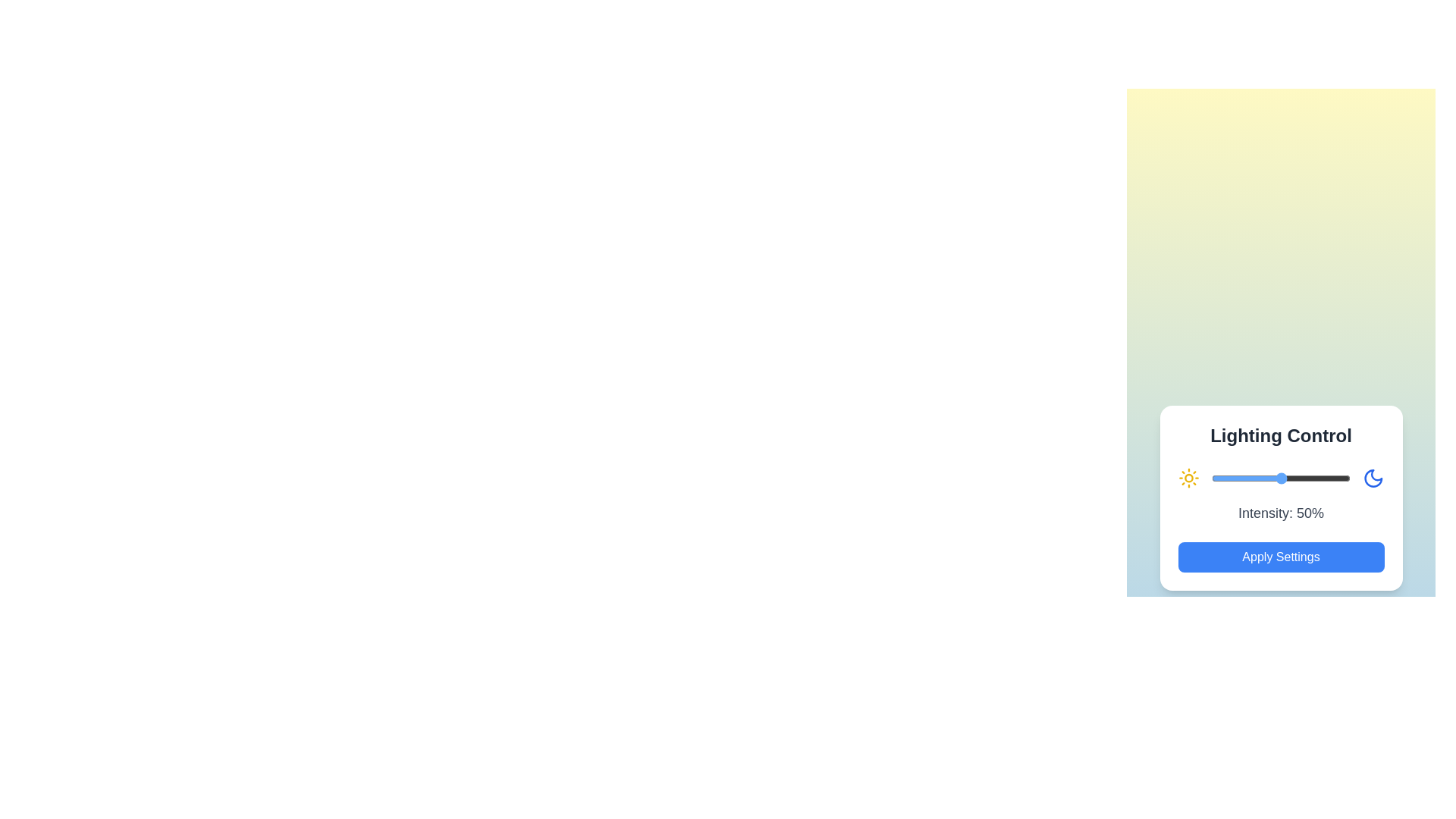 The width and height of the screenshot is (1456, 819). Describe the element at coordinates (1345, 479) in the screenshot. I see `the slider to set the lighting intensity to 96%` at that location.